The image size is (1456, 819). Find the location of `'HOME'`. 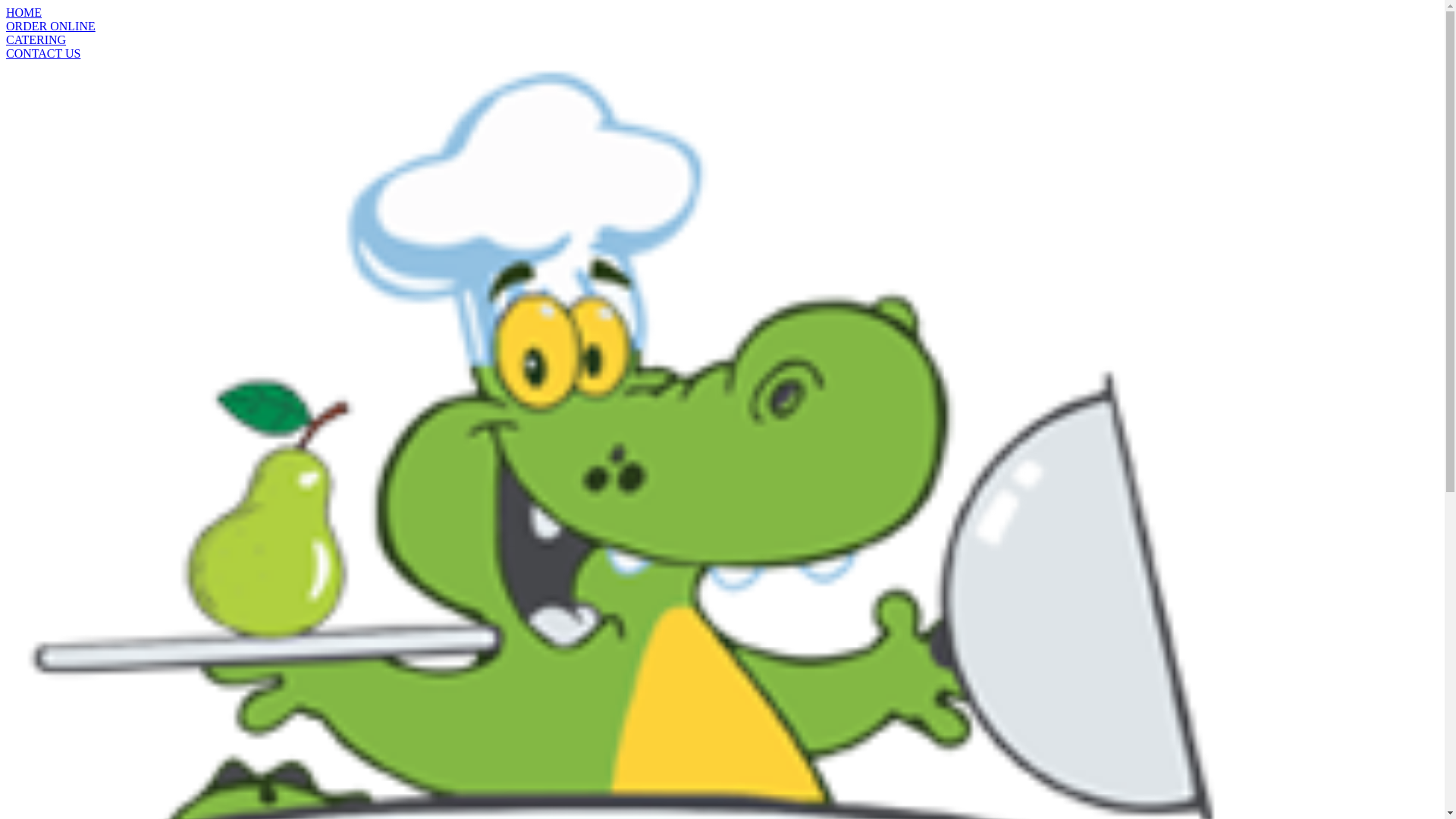

'HOME' is located at coordinates (6, 12).